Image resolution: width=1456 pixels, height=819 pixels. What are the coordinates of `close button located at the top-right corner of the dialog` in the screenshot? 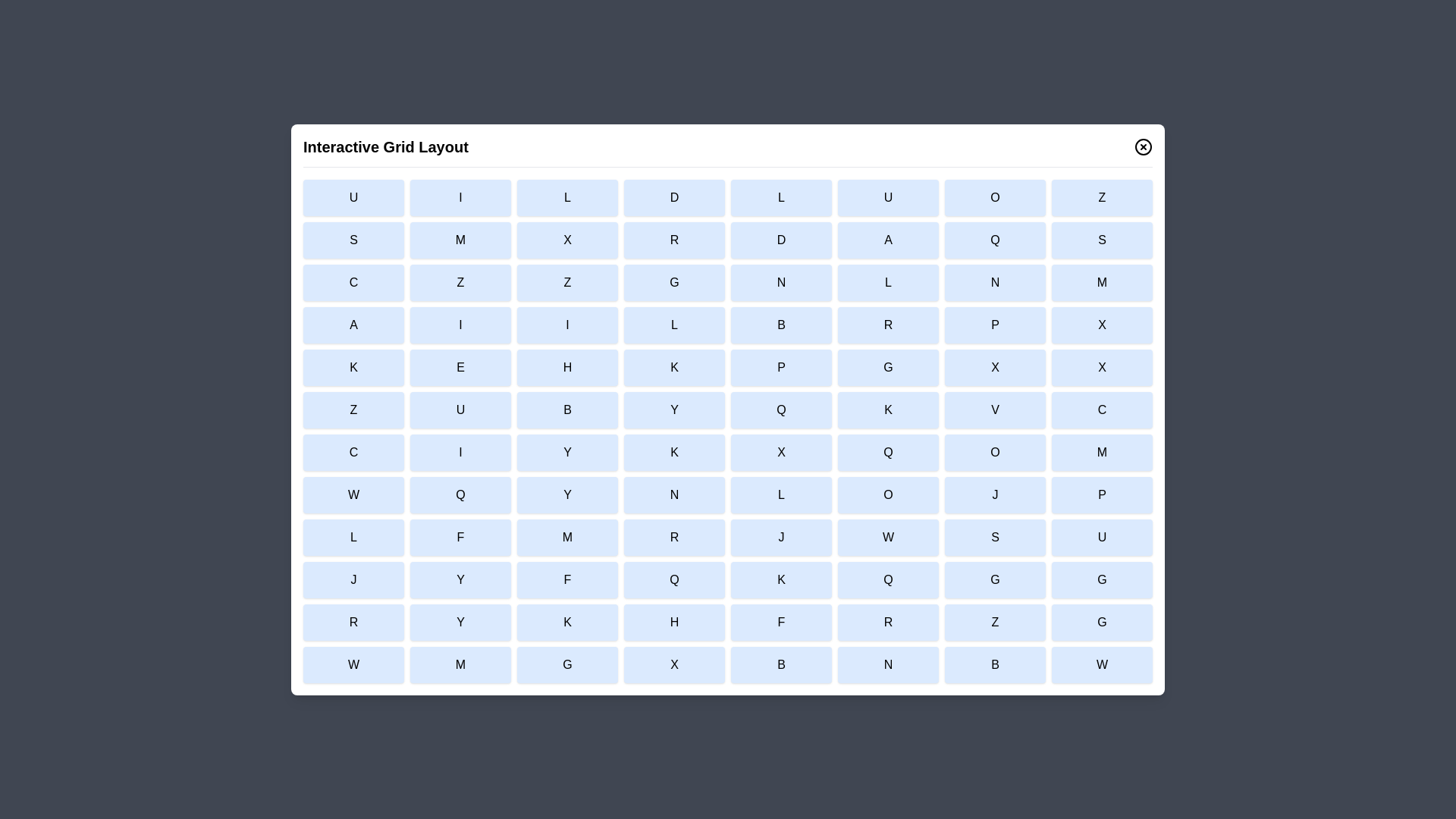 It's located at (1143, 146).